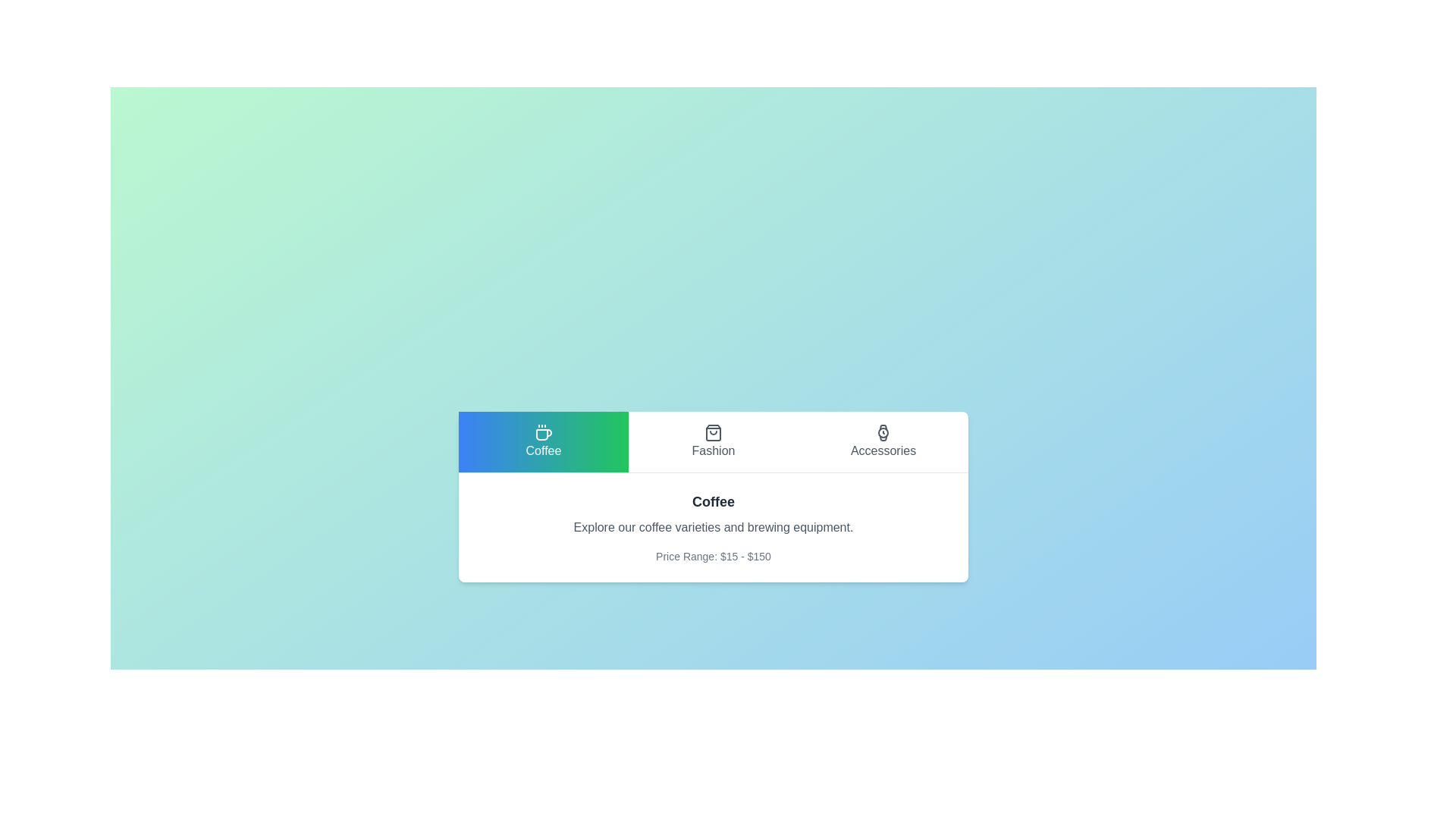 The height and width of the screenshot is (819, 1456). I want to click on the Fashion tab, so click(712, 441).